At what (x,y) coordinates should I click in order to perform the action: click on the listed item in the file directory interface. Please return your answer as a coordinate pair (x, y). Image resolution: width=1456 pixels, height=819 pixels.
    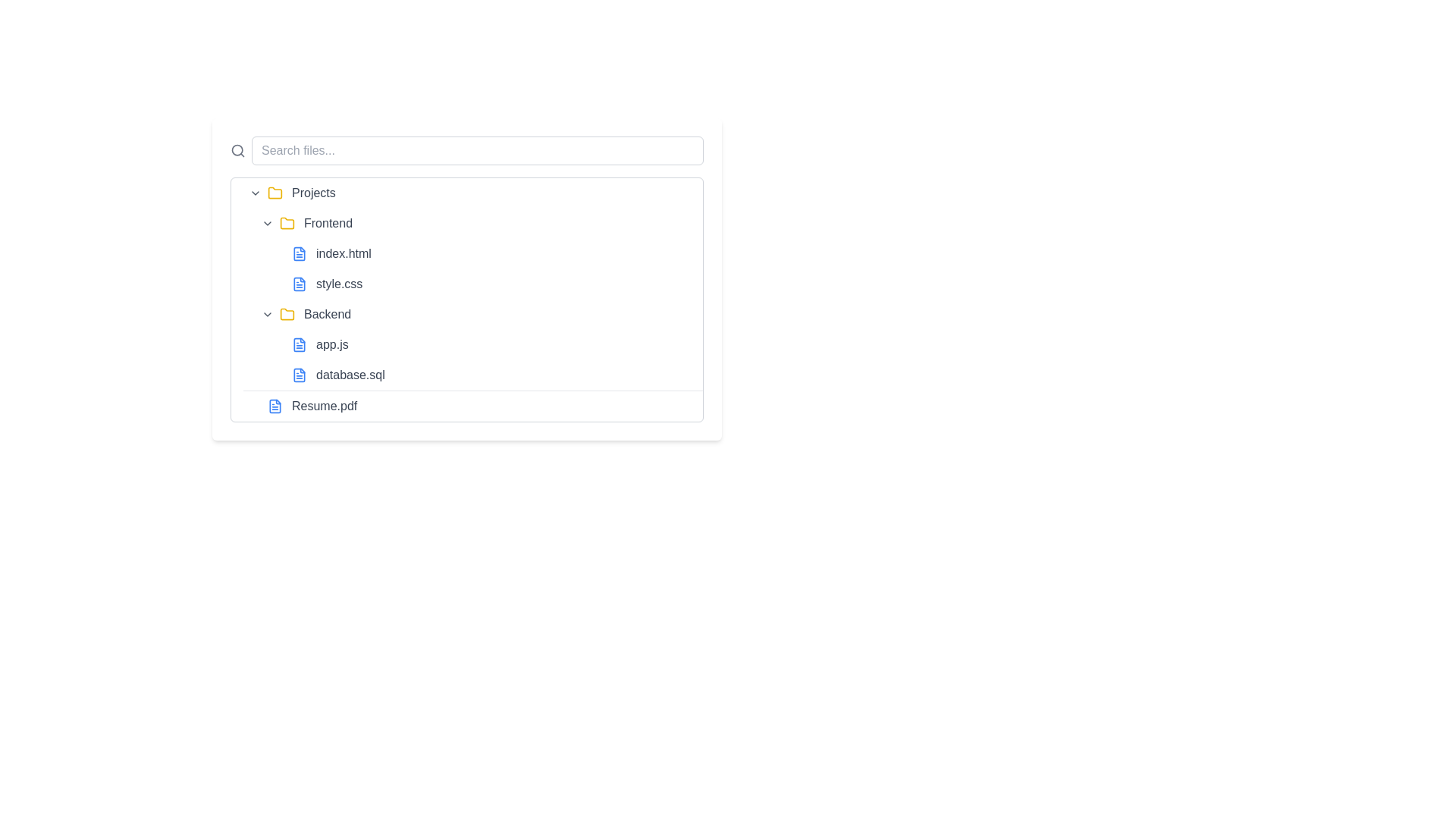
    Looking at the image, I should click on (466, 278).